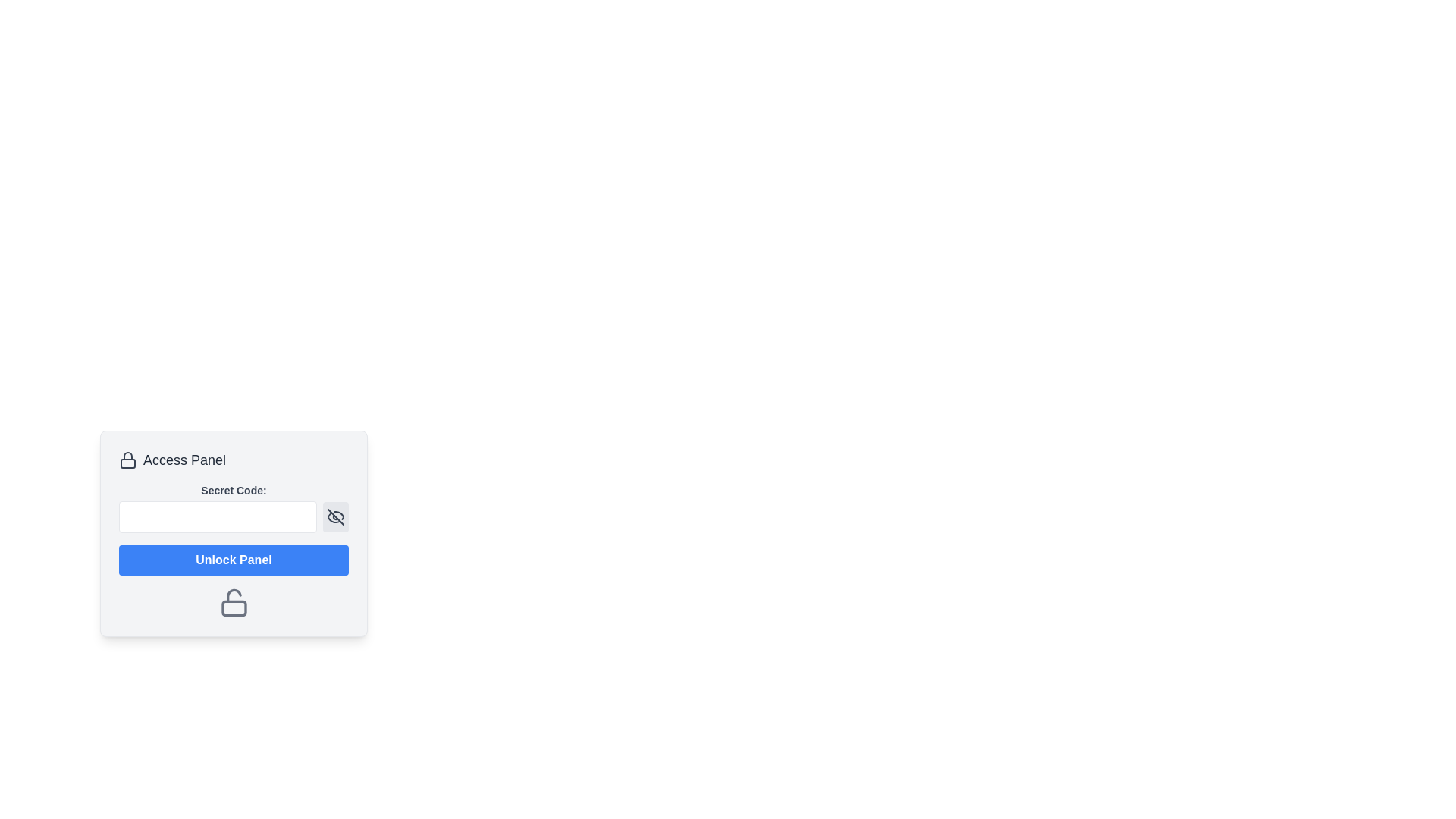 The width and height of the screenshot is (1456, 819). I want to click on the rectangular blue button labeled 'Unlock Panel', so click(233, 560).